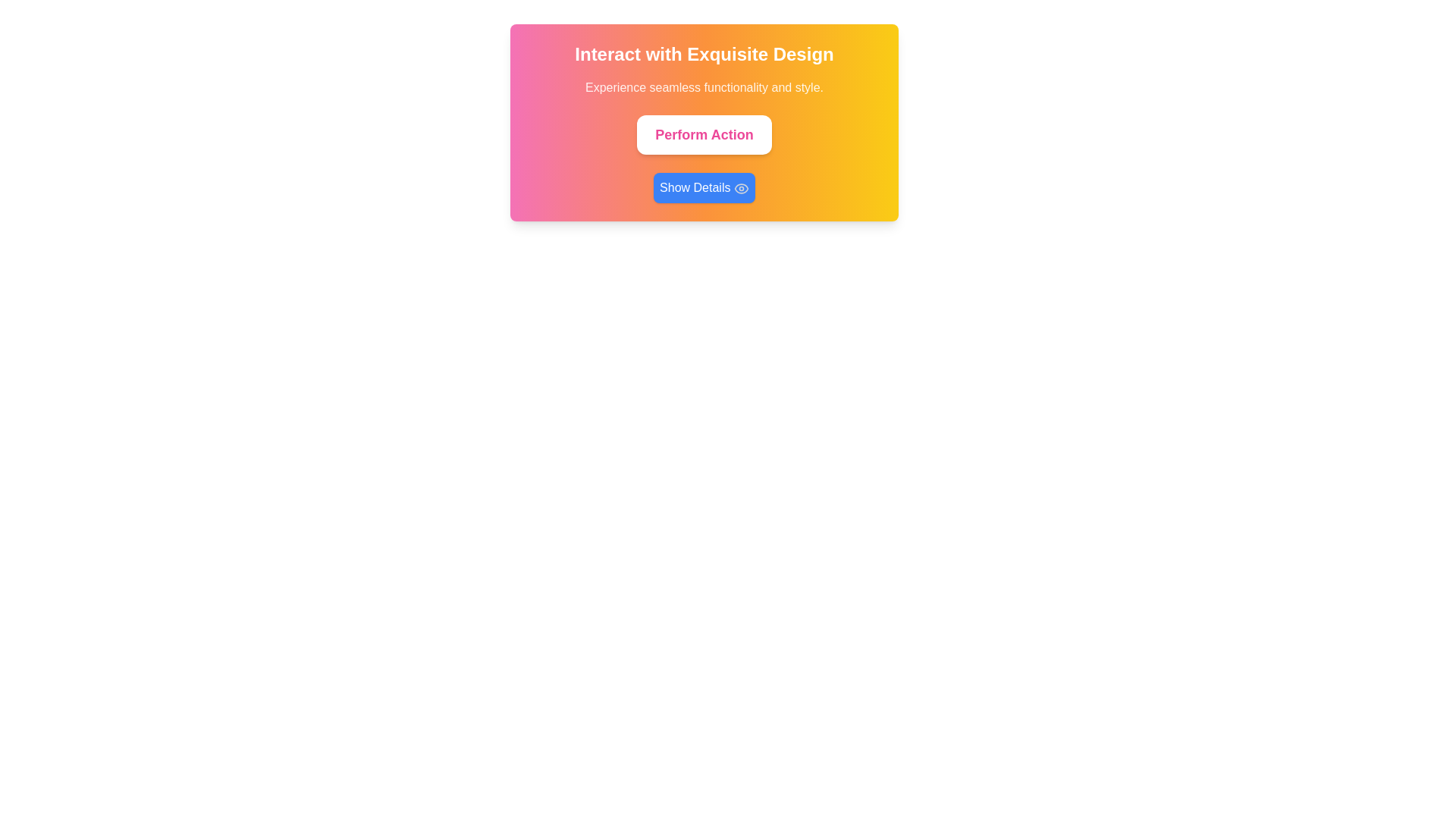 The width and height of the screenshot is (1456, 819). Describe the element at coordinates (704, 133) in the screenshot. I see `the 'Perform Action' button, which has a white background, rounded edges, and displays the text in bold pink font to observe the hover effects` at that location.